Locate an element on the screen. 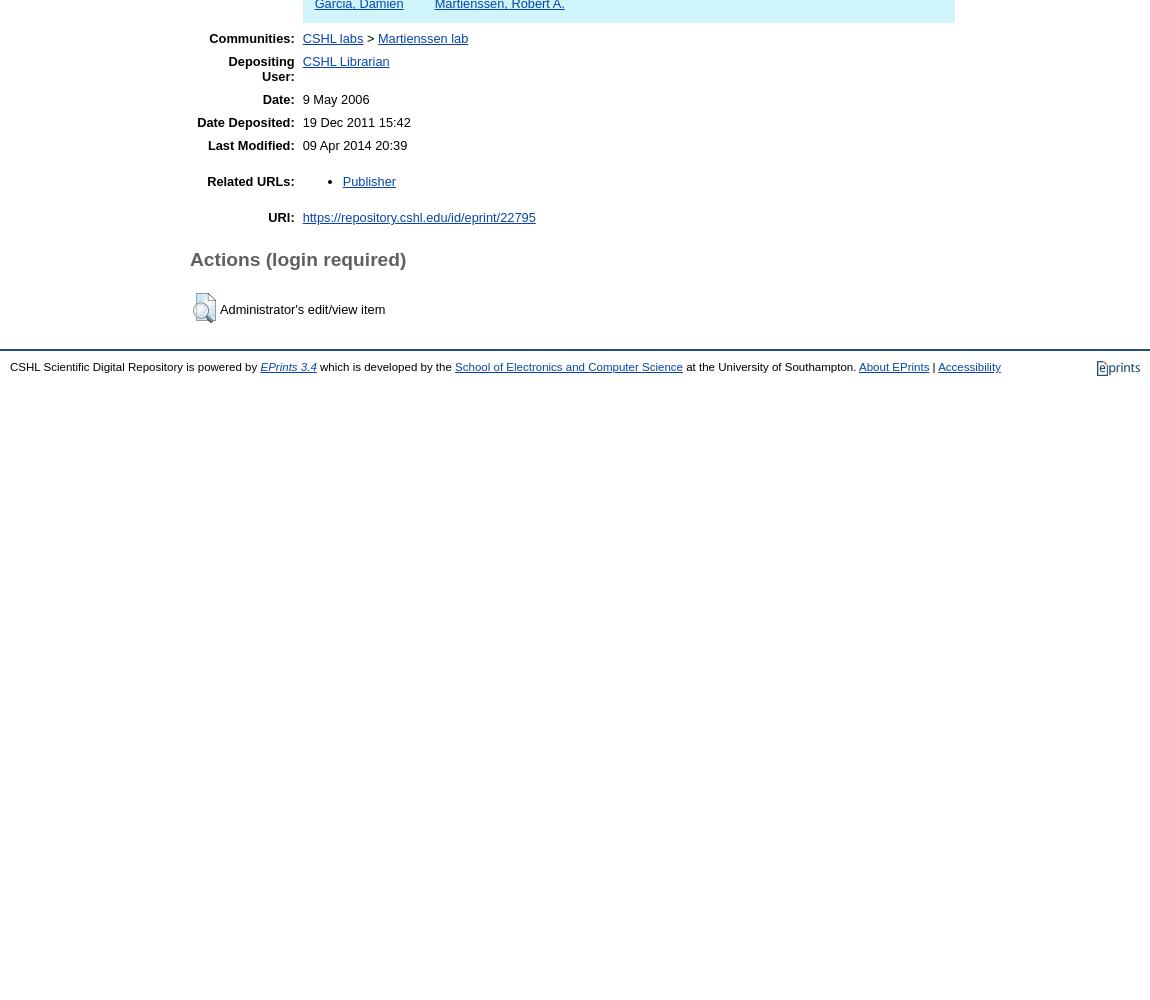  'Date:' is located at coordinates (260, 98).